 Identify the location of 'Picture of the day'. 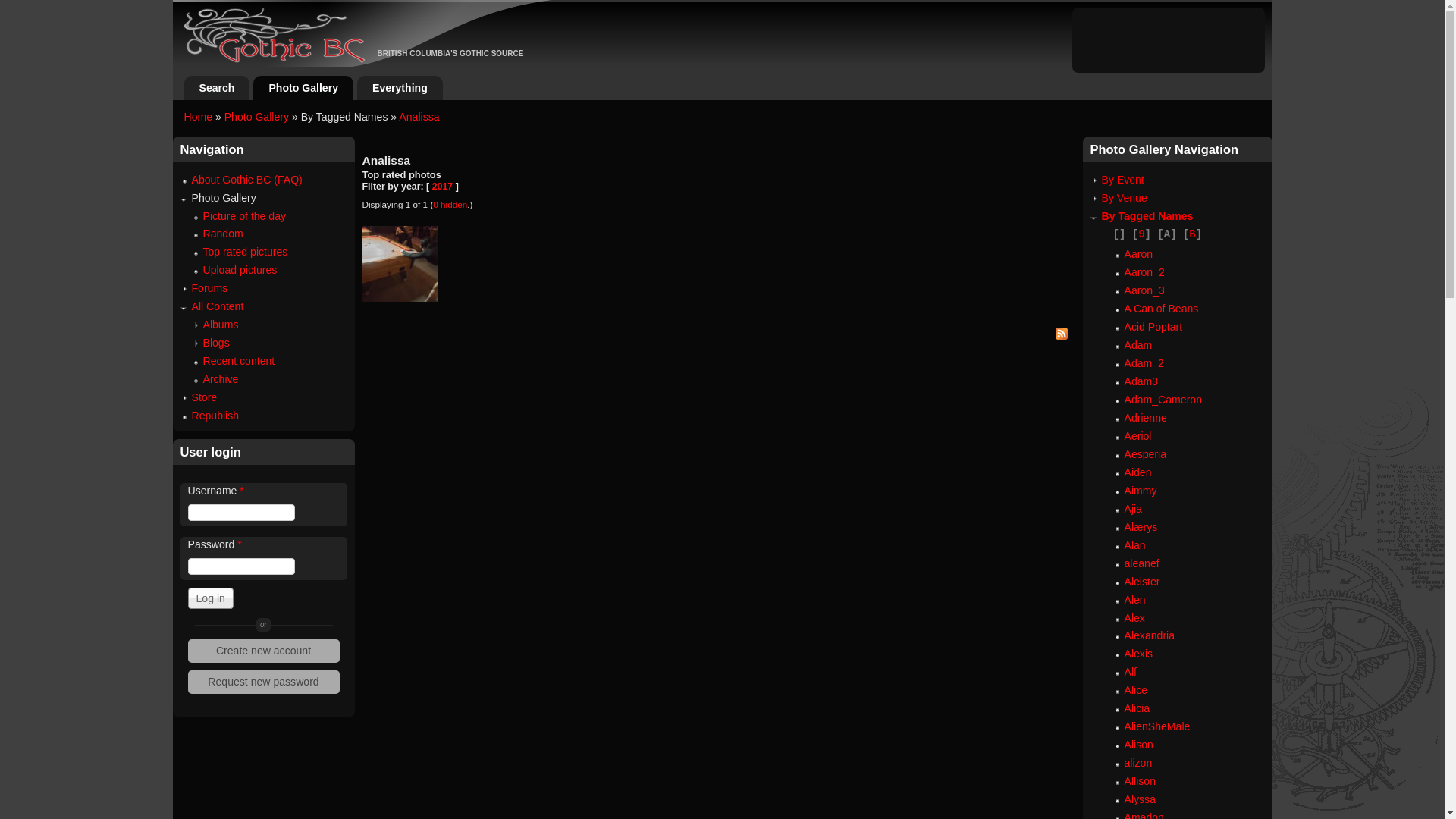
(244, 216).